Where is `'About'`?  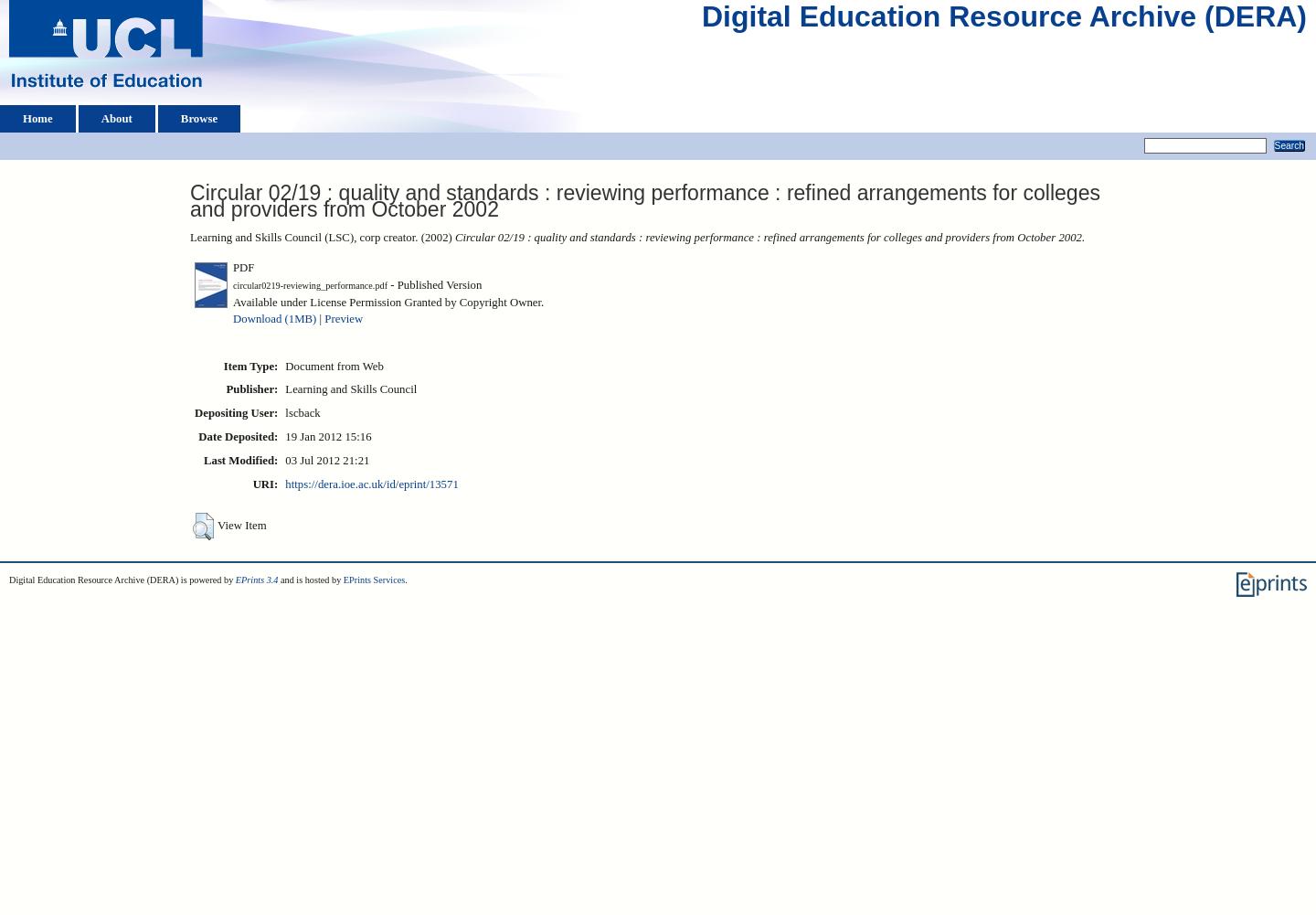 'About' is located at coordinates (115, 118).